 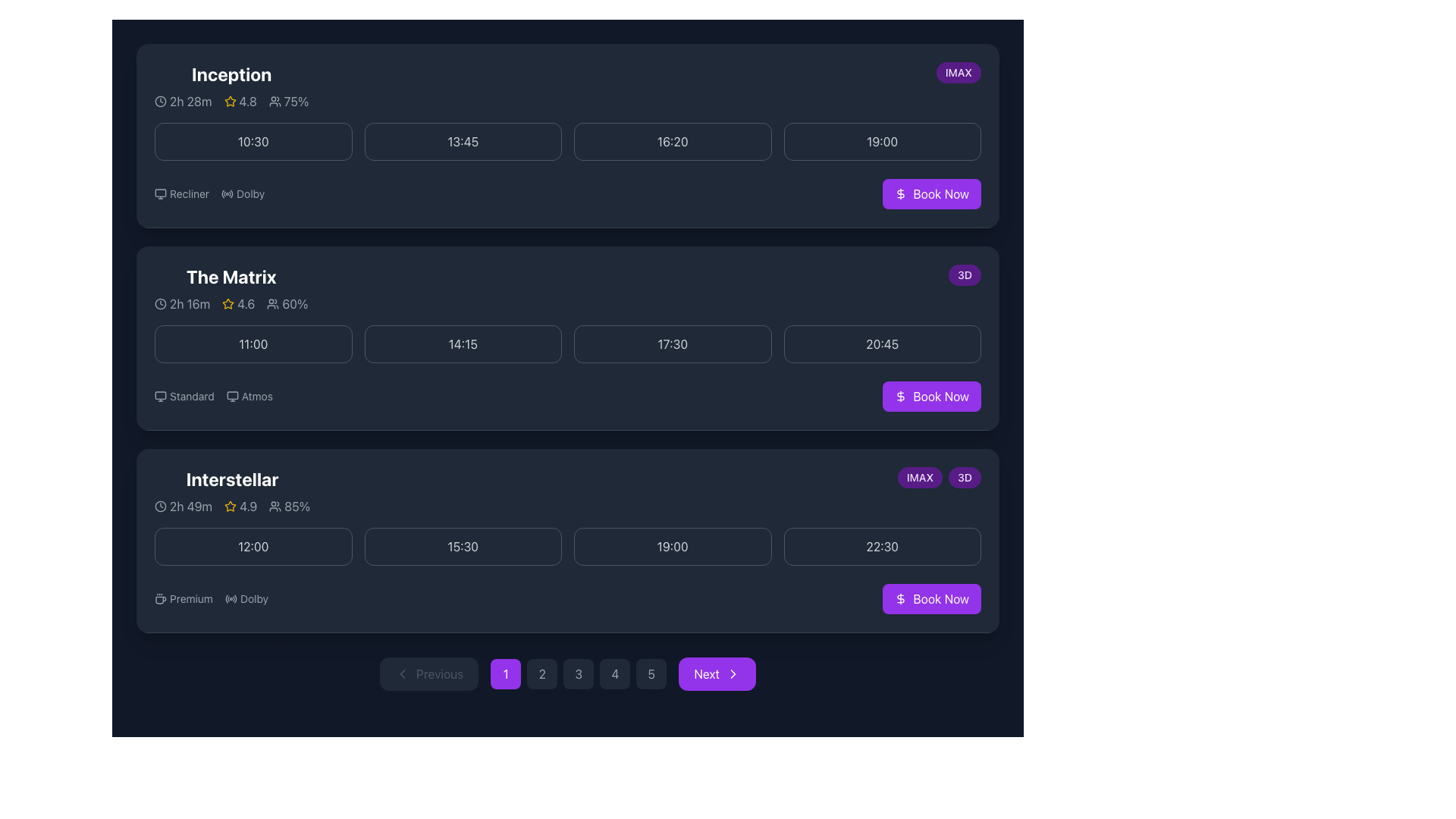 What do you see at coordinates (230, 506) in the screenshot?
I see `the popularity rating icon located in the 'Interstellar' movie section, positioned directly left of the rating number '4.9' and to the right of the duration icon` at bounding box center [230, 506].